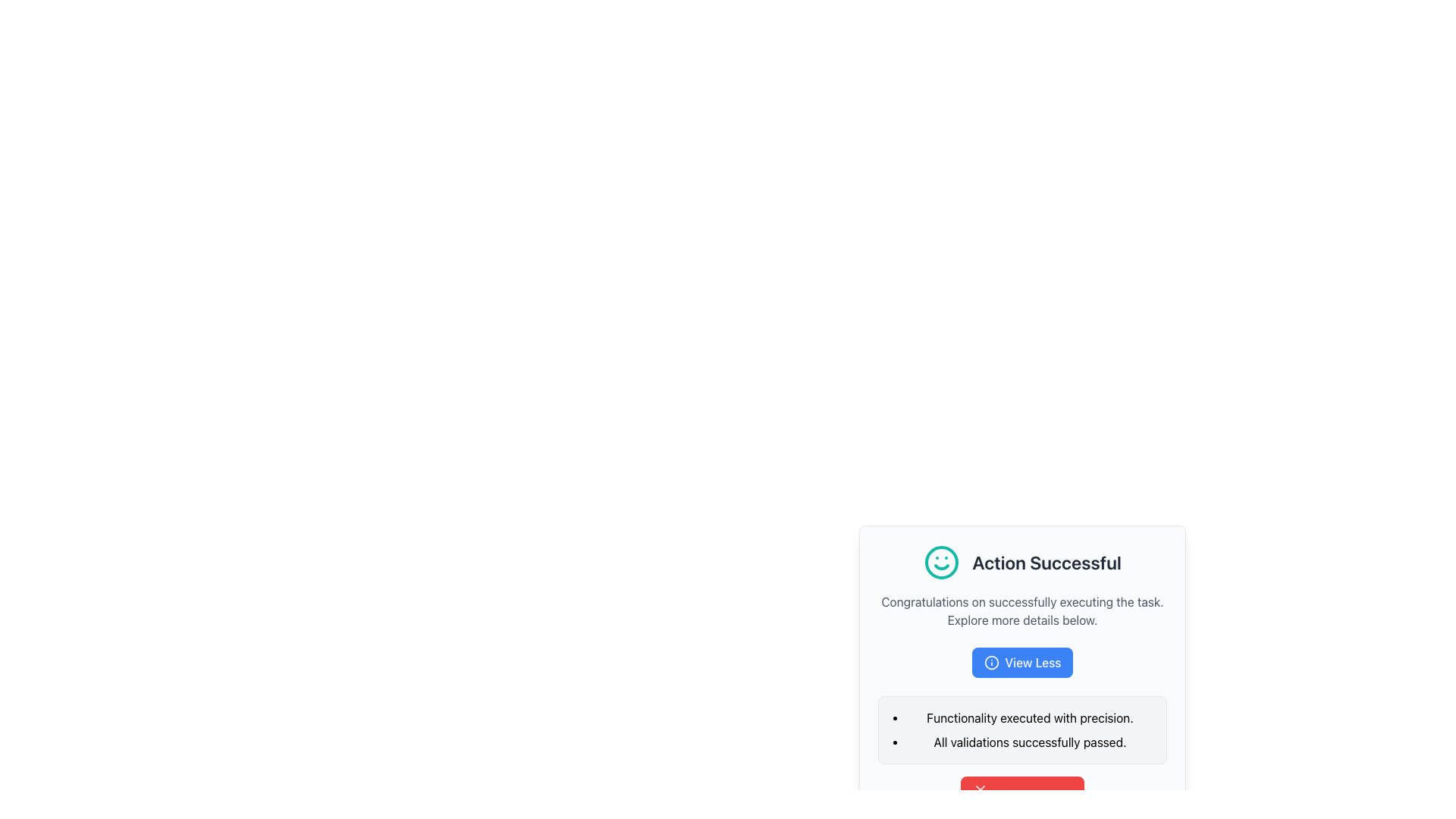  Describe the element at coordinates (1030, 742) in the screenshot. I see `the static text element displaying 'All validations successfully passed.' which is the second item in the bullet list under the header 'Action Successful'` at that location.